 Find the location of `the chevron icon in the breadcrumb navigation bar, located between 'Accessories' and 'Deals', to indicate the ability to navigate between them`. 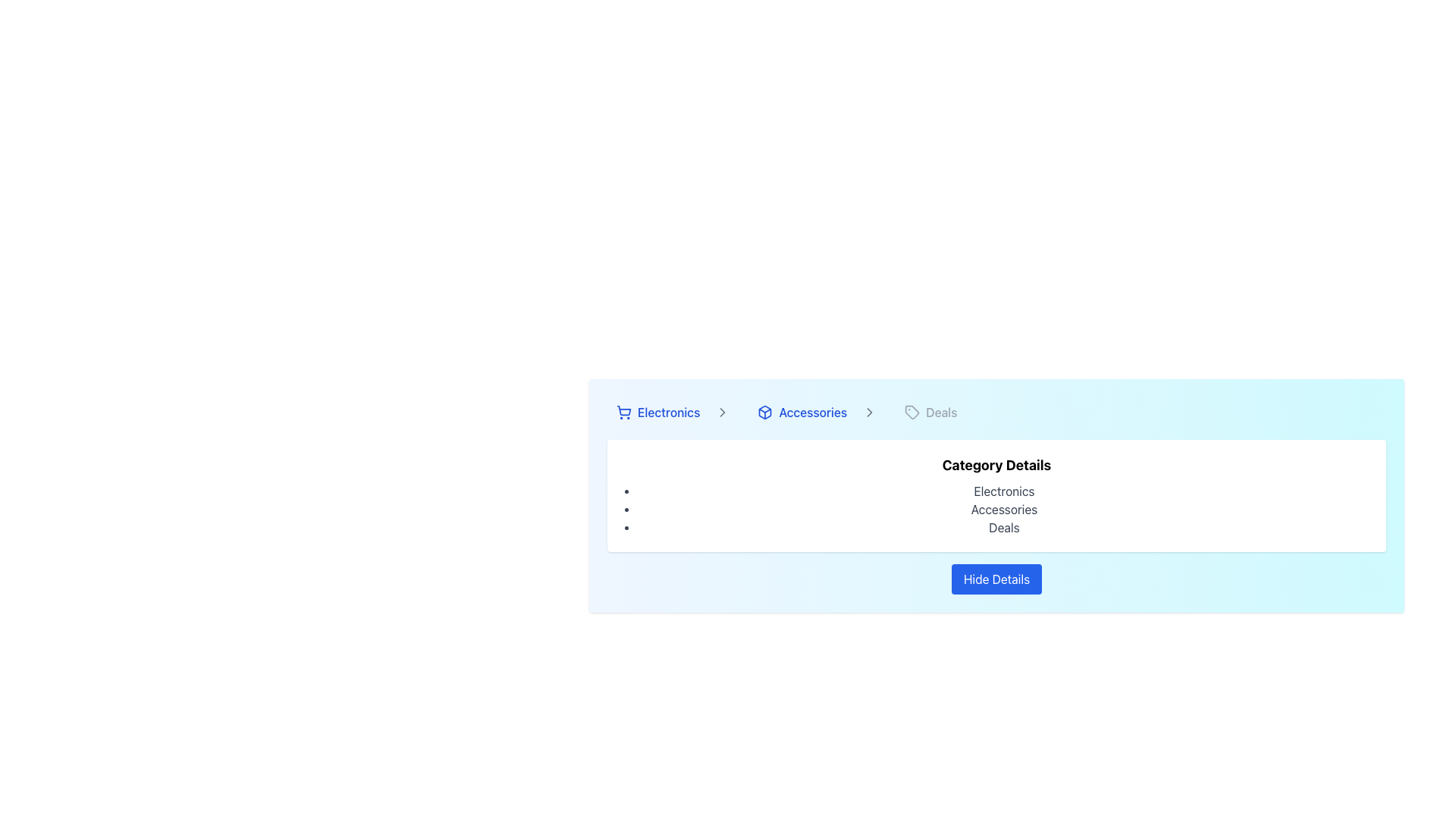

the chevron icon in the breadcrumb navigation bar, located between 'Accessories' and 'Deals', to indicate the ability to navigate between them is located at coordinates (870, 412).